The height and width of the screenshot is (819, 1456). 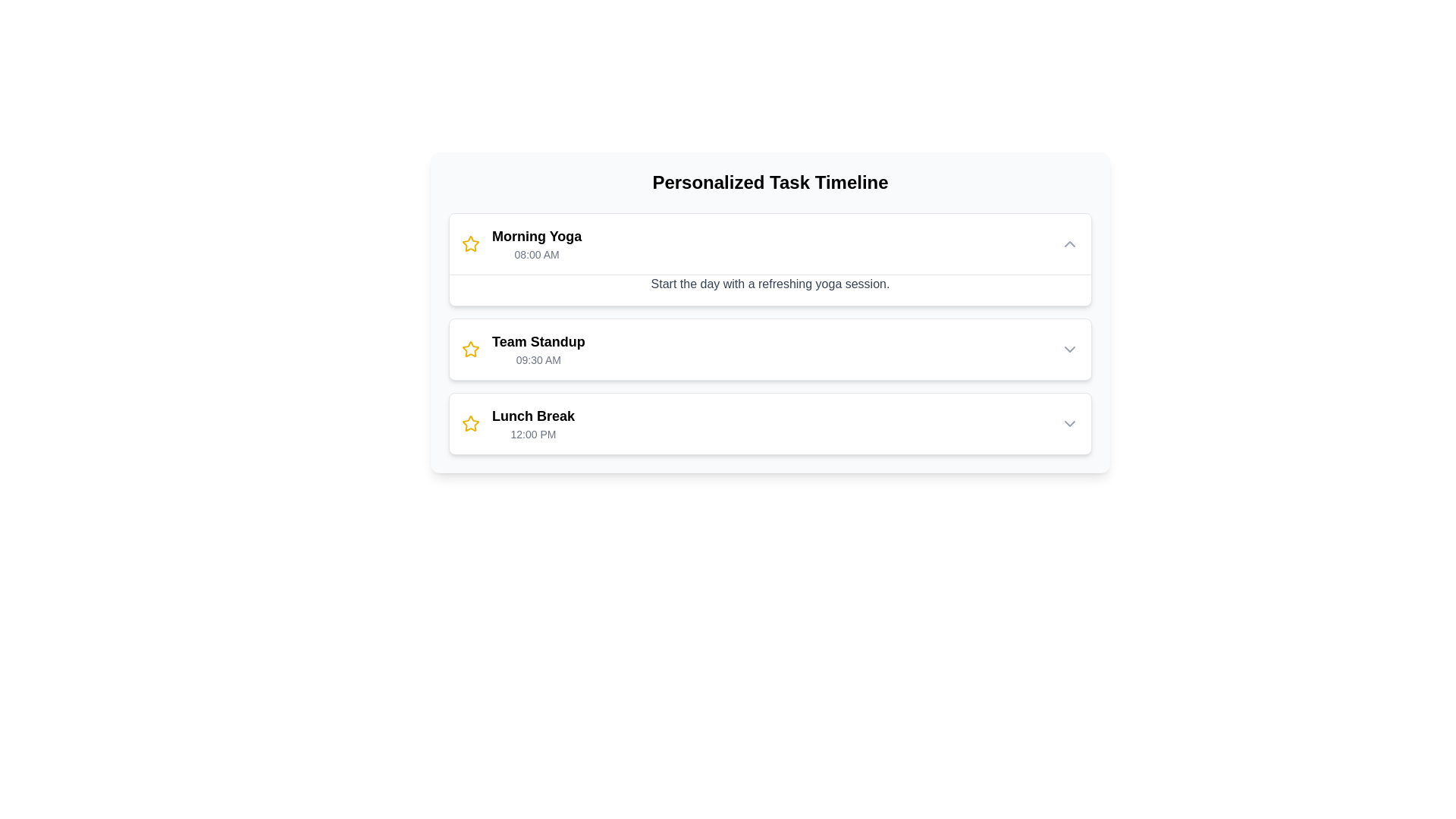 What do you see at coordinates (538, 359) in the screenshot?
I see `the text label displaying '09:30 AM' located below the 'Team Standup' title in the second card of the vertical events list` at bounding box center [538, 359].